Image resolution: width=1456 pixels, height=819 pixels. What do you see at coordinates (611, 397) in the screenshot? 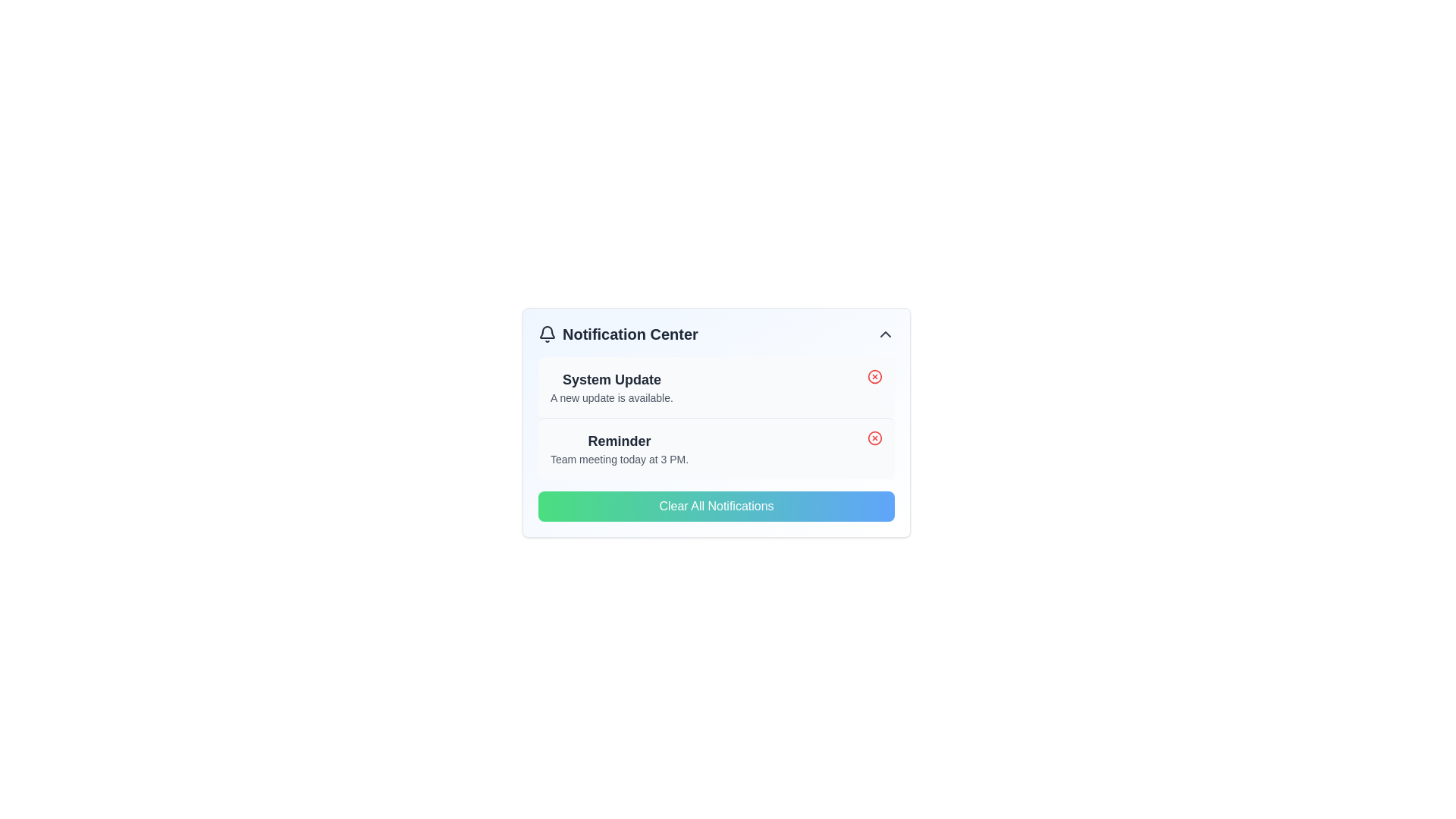
I see `the text label displaying the message 'A new update is available.' which is styled in smaller, lighter gray text and positioned below the bold 'System Update' title` at bounding box center [611, 397].